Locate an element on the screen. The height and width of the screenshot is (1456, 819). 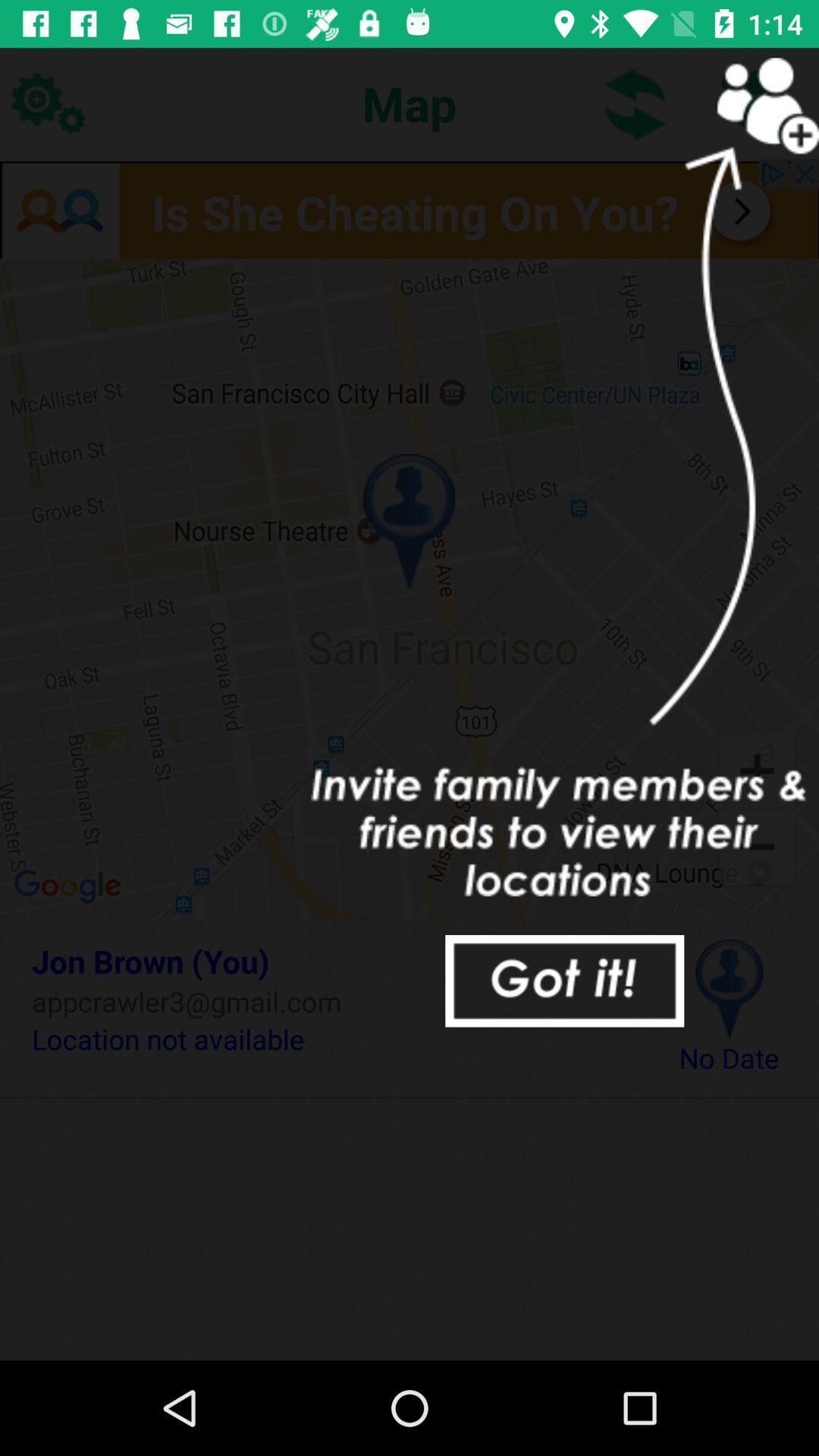
invite others is located at coordinates (751, 102).